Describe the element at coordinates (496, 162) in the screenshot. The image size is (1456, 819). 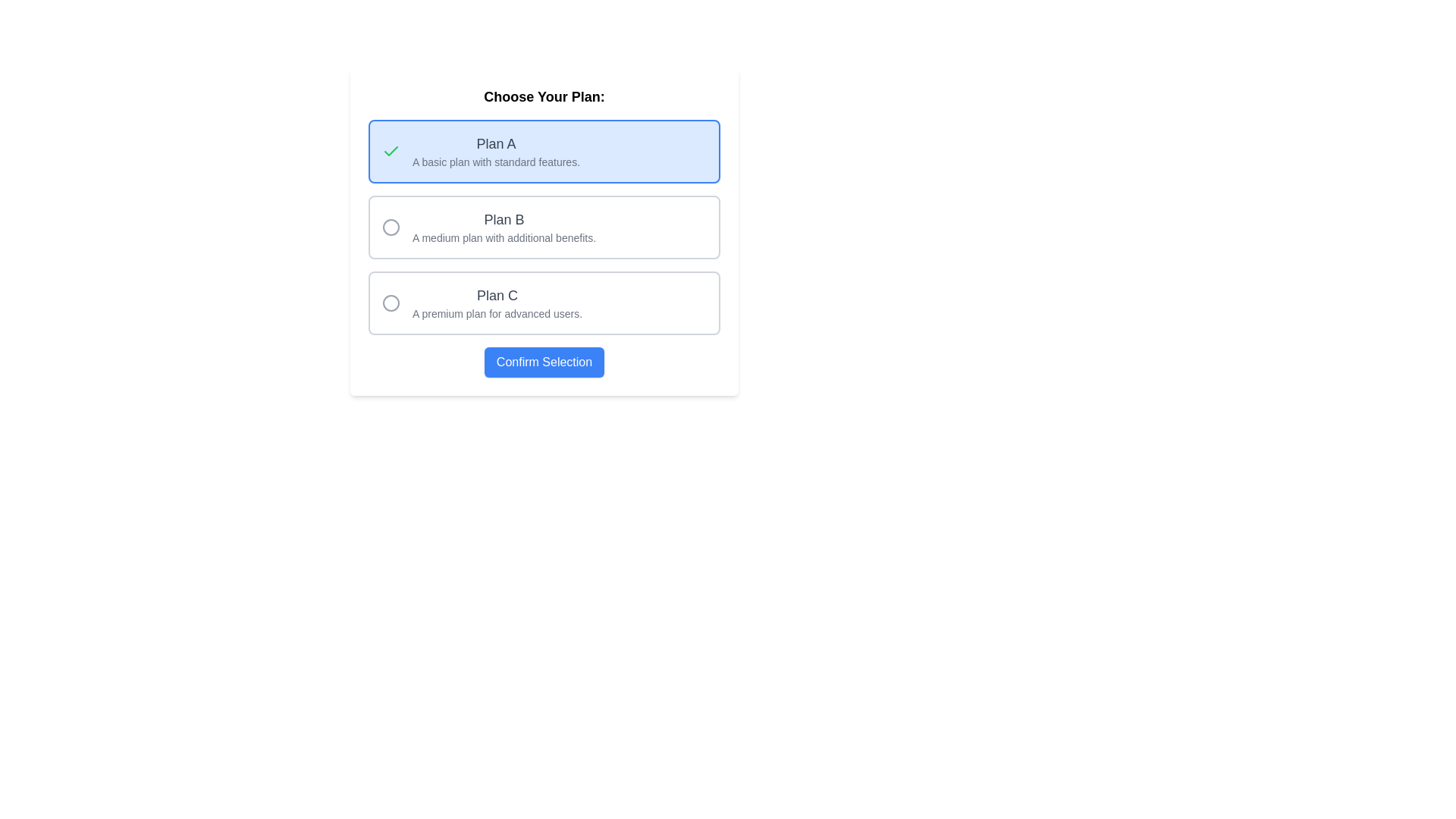
I see `text content of the gray text label that states 'A basic plan with standard features.' located below the title 'Plan A' within its card` at that location.